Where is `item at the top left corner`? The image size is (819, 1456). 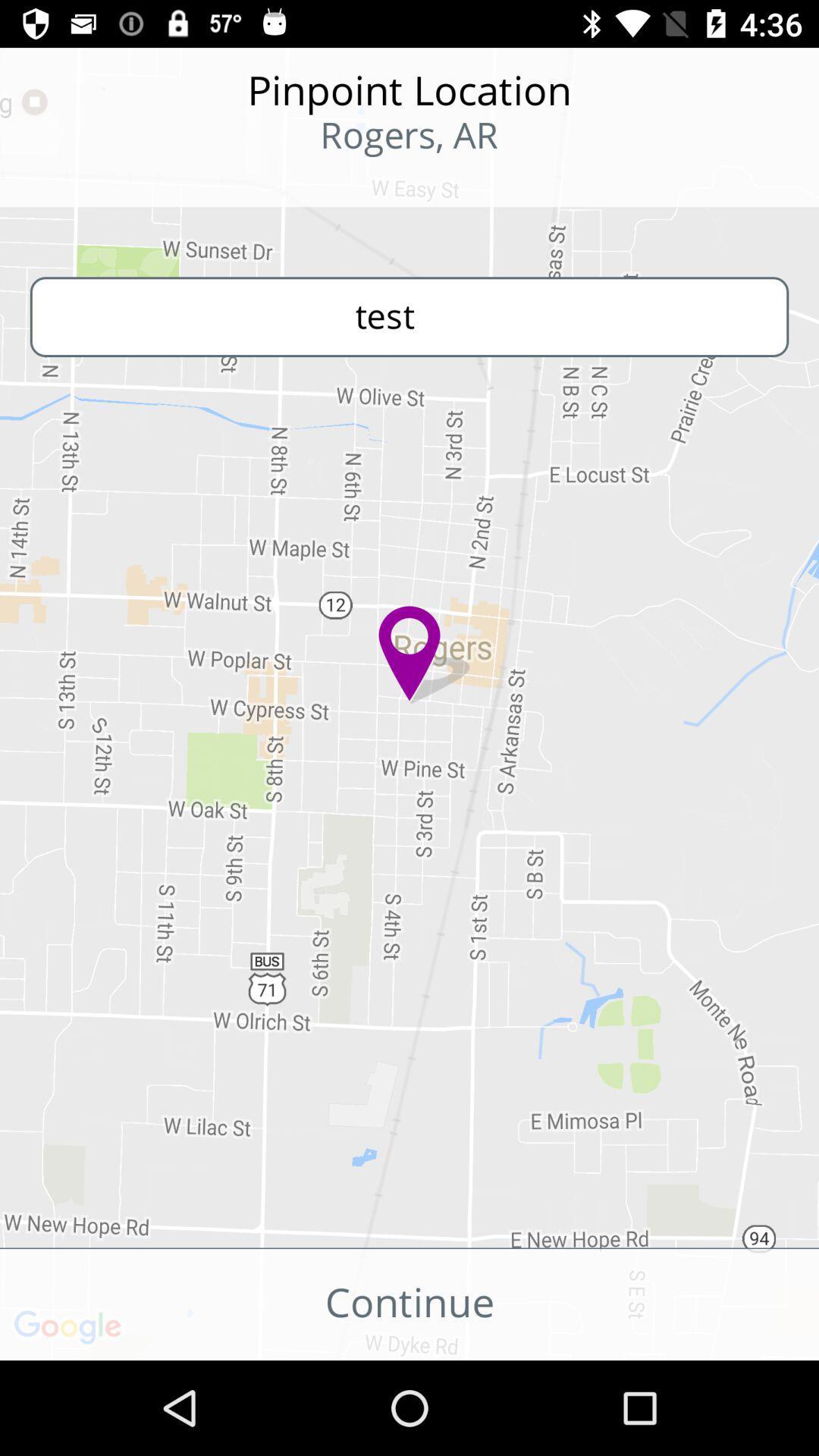
item at the top left corner is located at coordinates (99, 182).